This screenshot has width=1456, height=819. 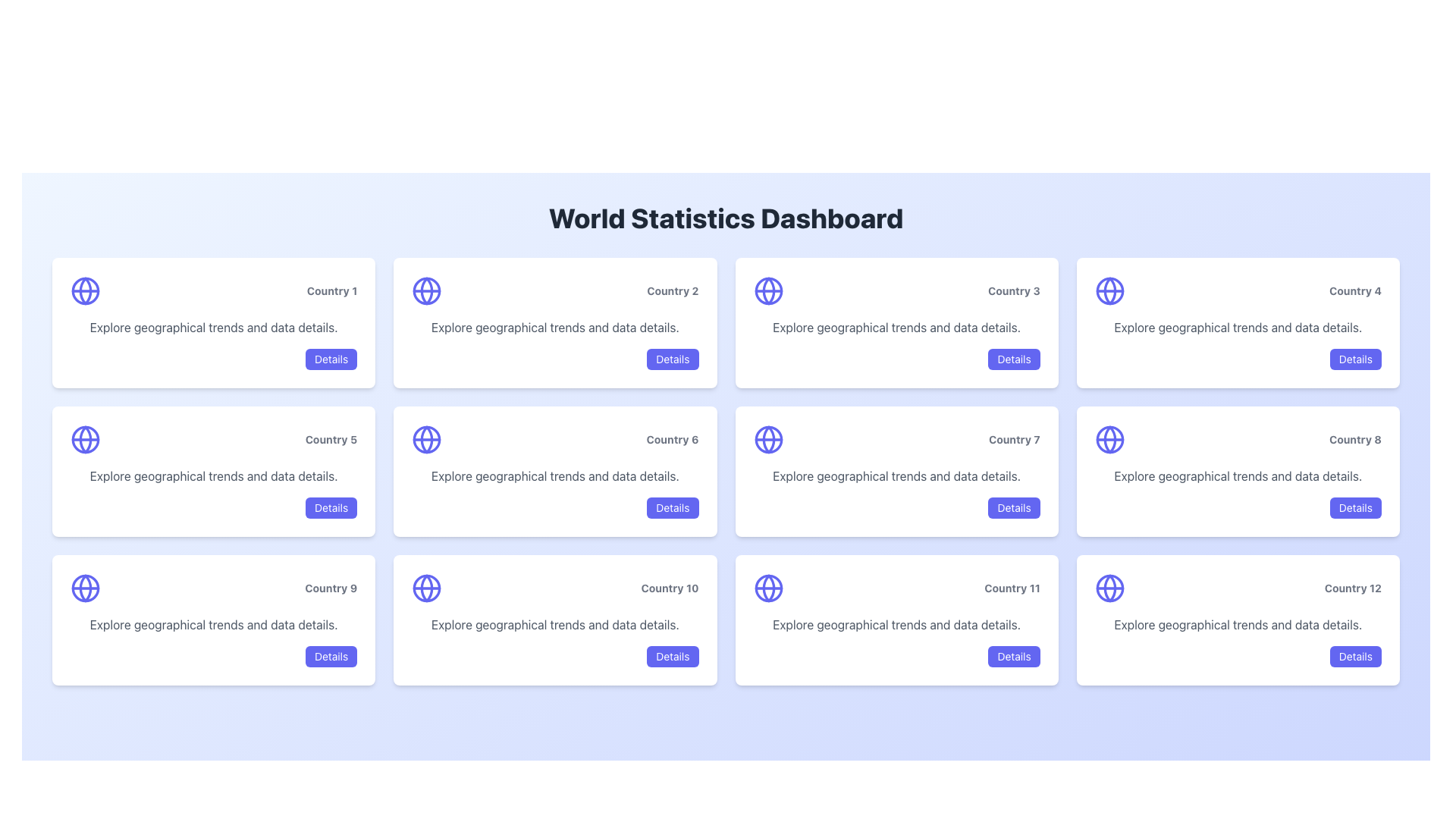 I want to click on the circular part of the globe icon in the 'Country 9' card, which serves as a visual indicator for world-related information, so click(x=85, y=587).